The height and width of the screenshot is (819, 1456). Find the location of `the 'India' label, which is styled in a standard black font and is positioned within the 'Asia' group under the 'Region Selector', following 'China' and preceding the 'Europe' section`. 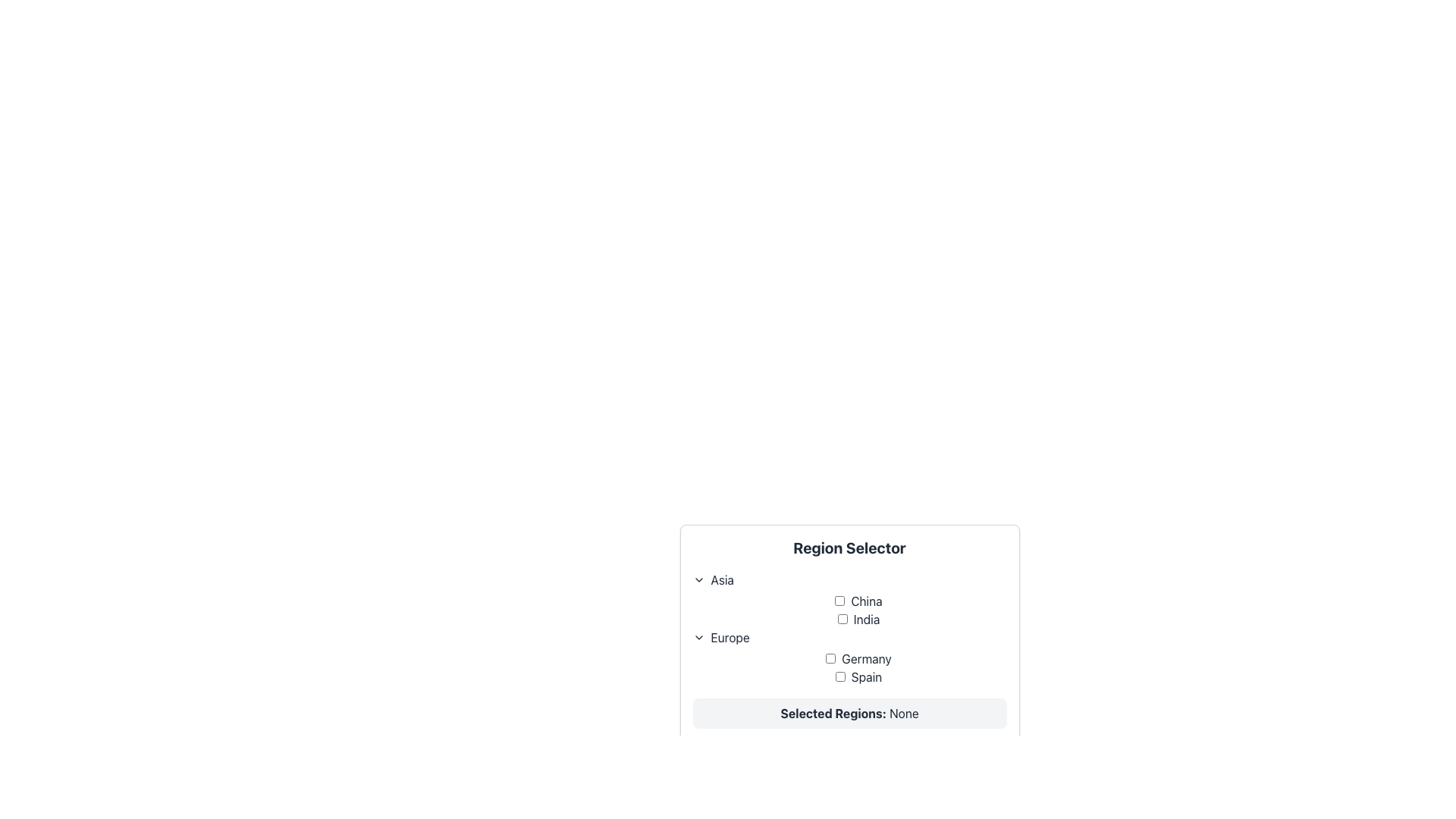

the 'India' label, which is styled in a standard black font and is positioned within the 'Asia' group under the 'Region Selector', following 'China' and preceding the 'Europe' section is located at coordinates (858, 620).